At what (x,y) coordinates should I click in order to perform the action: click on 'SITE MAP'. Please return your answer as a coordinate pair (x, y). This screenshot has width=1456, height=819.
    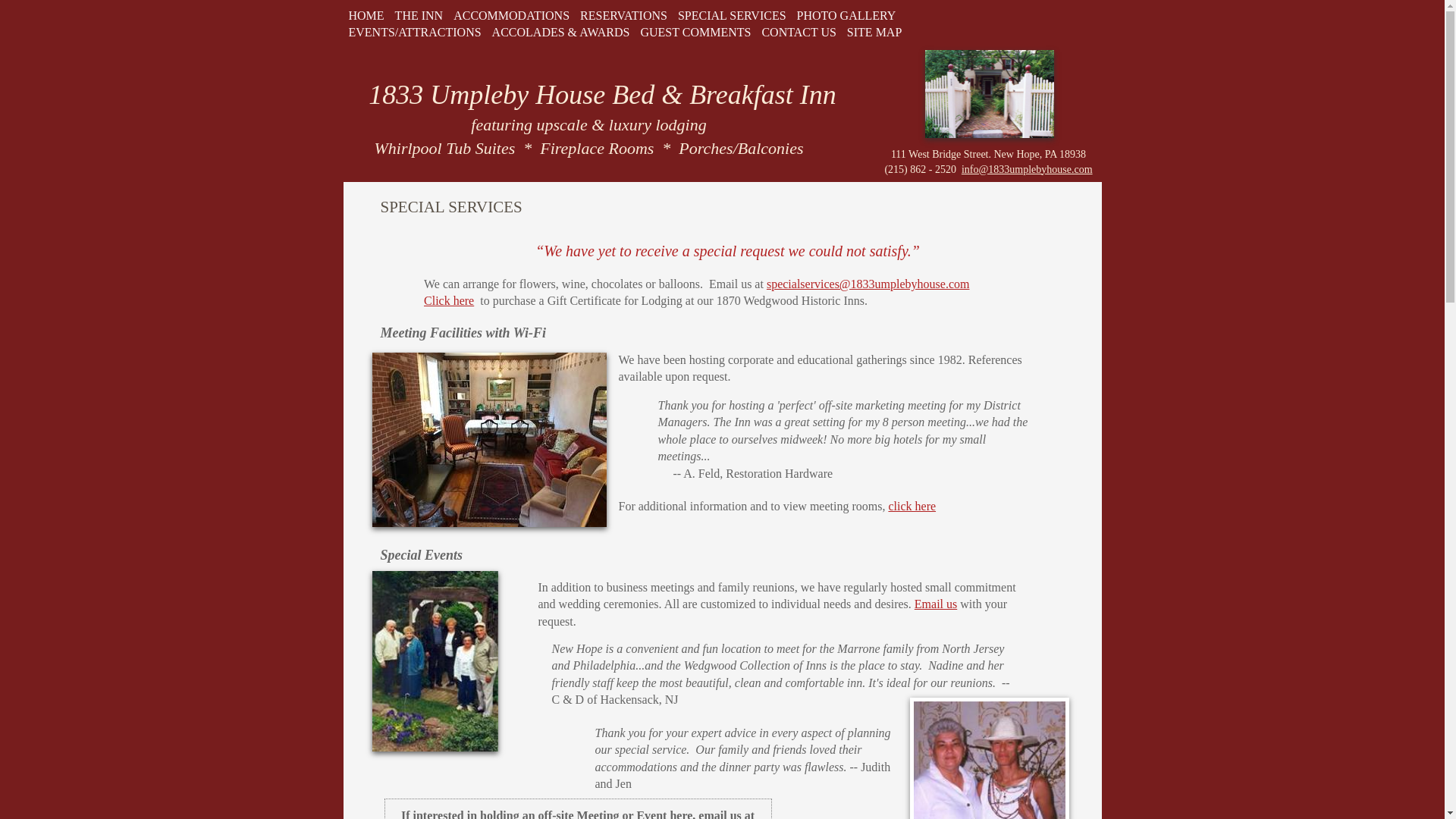
    Looking at the image, I should click on (840, 32).